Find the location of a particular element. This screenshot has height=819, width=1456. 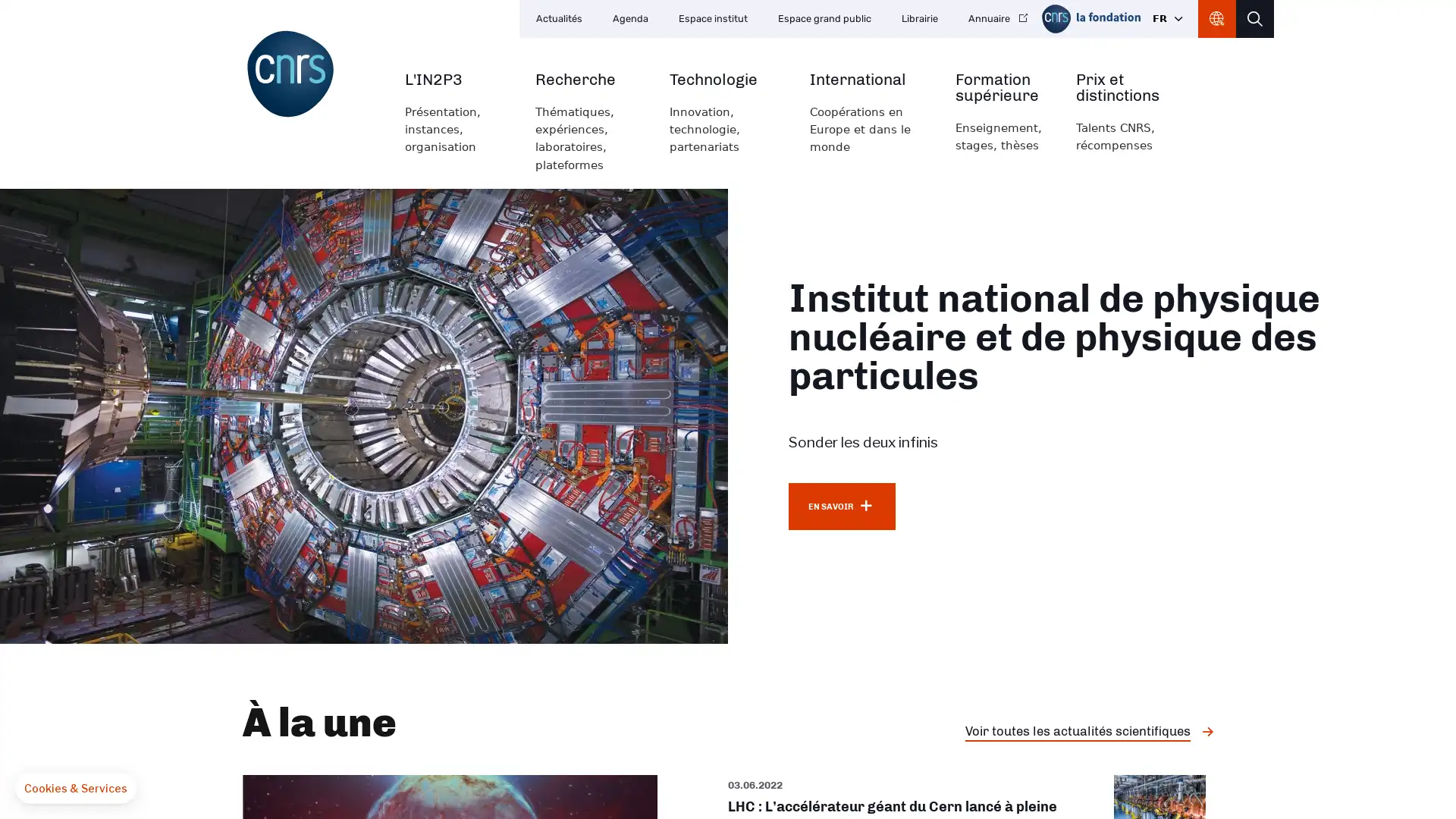

Fermer is located at coordinates (75, 786).